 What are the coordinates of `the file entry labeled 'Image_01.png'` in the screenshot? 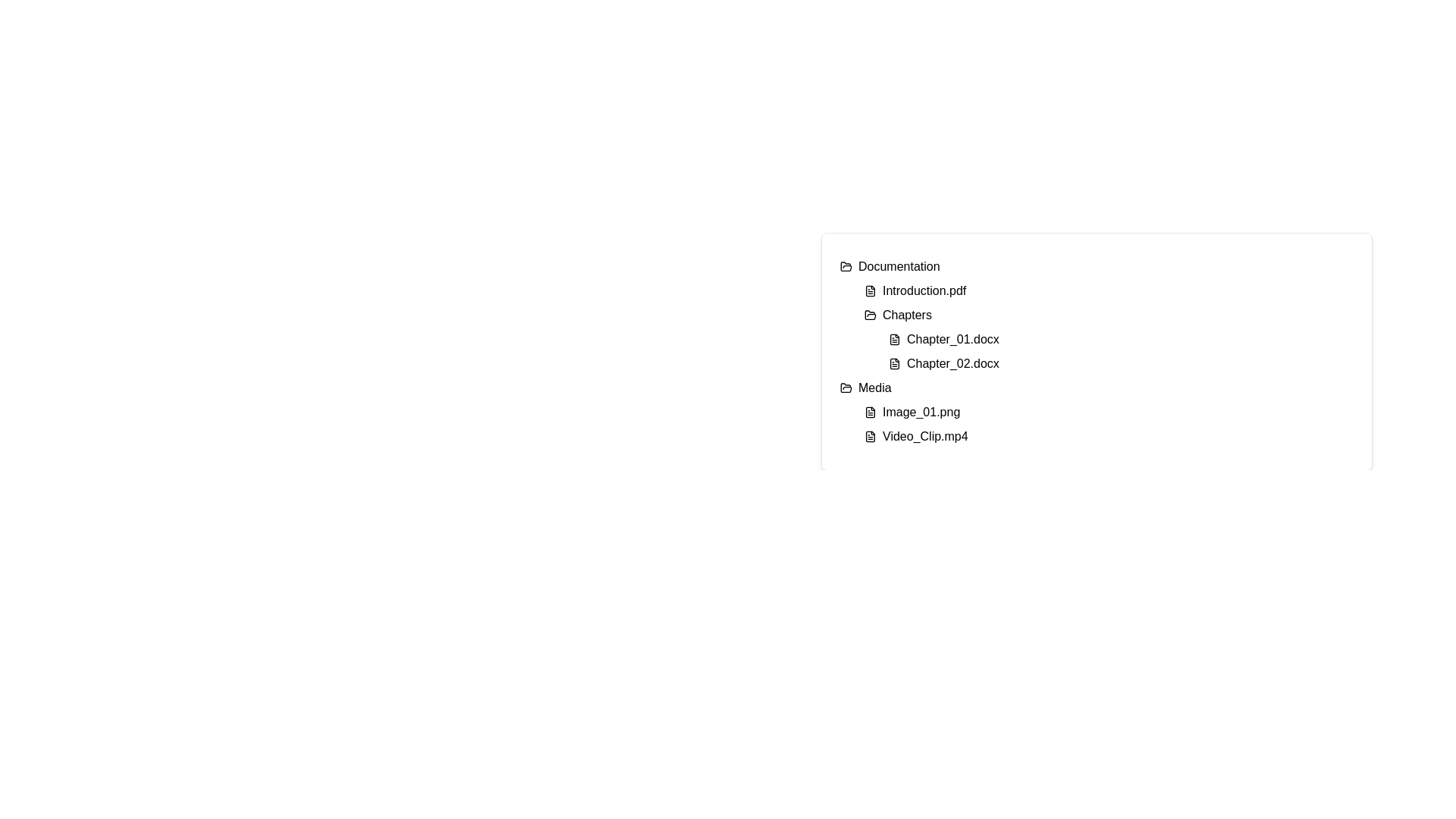 It's located at (1109, 412).